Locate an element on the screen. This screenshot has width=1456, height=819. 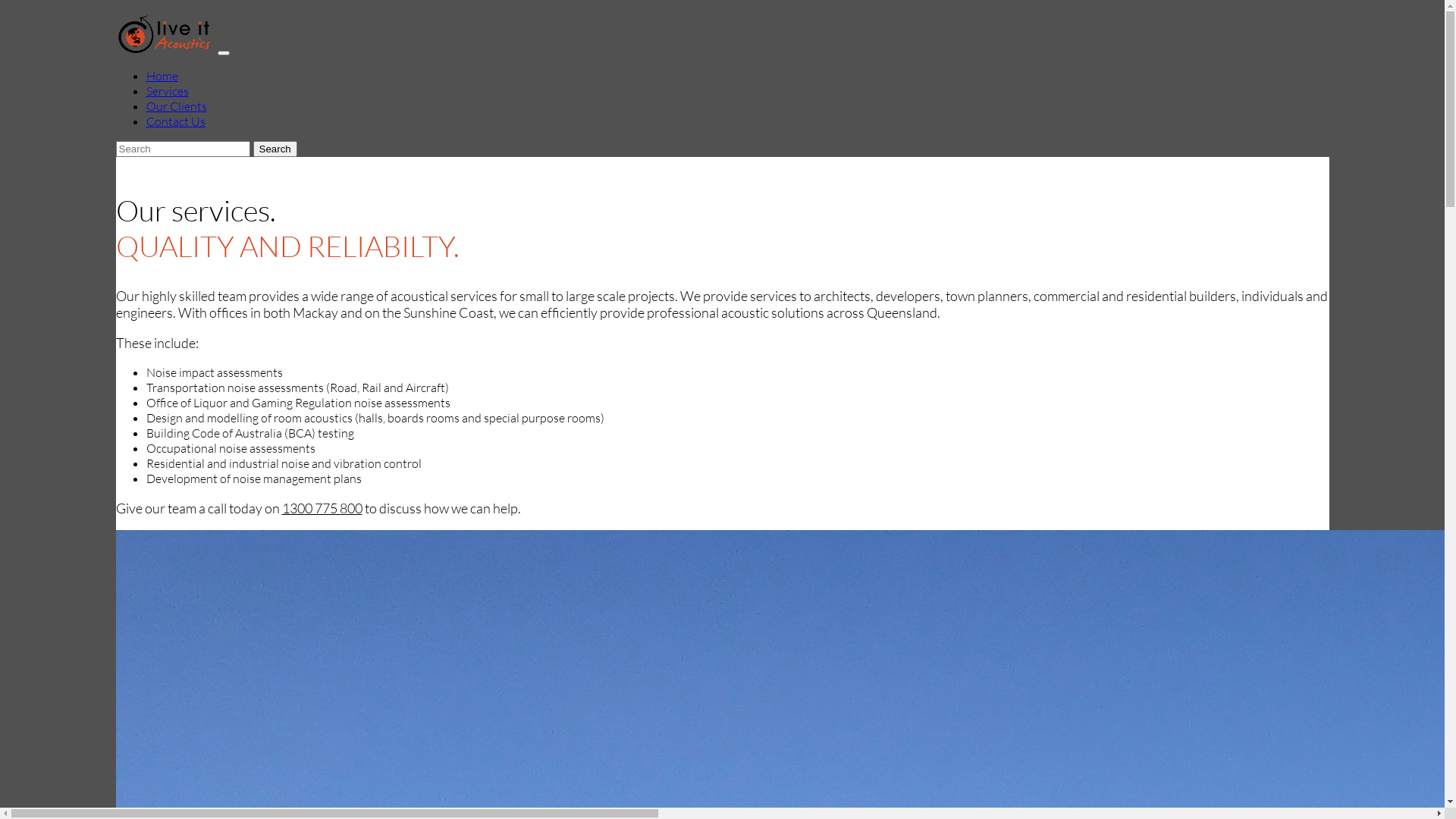
'Search' is located at coordinates (275, 149).